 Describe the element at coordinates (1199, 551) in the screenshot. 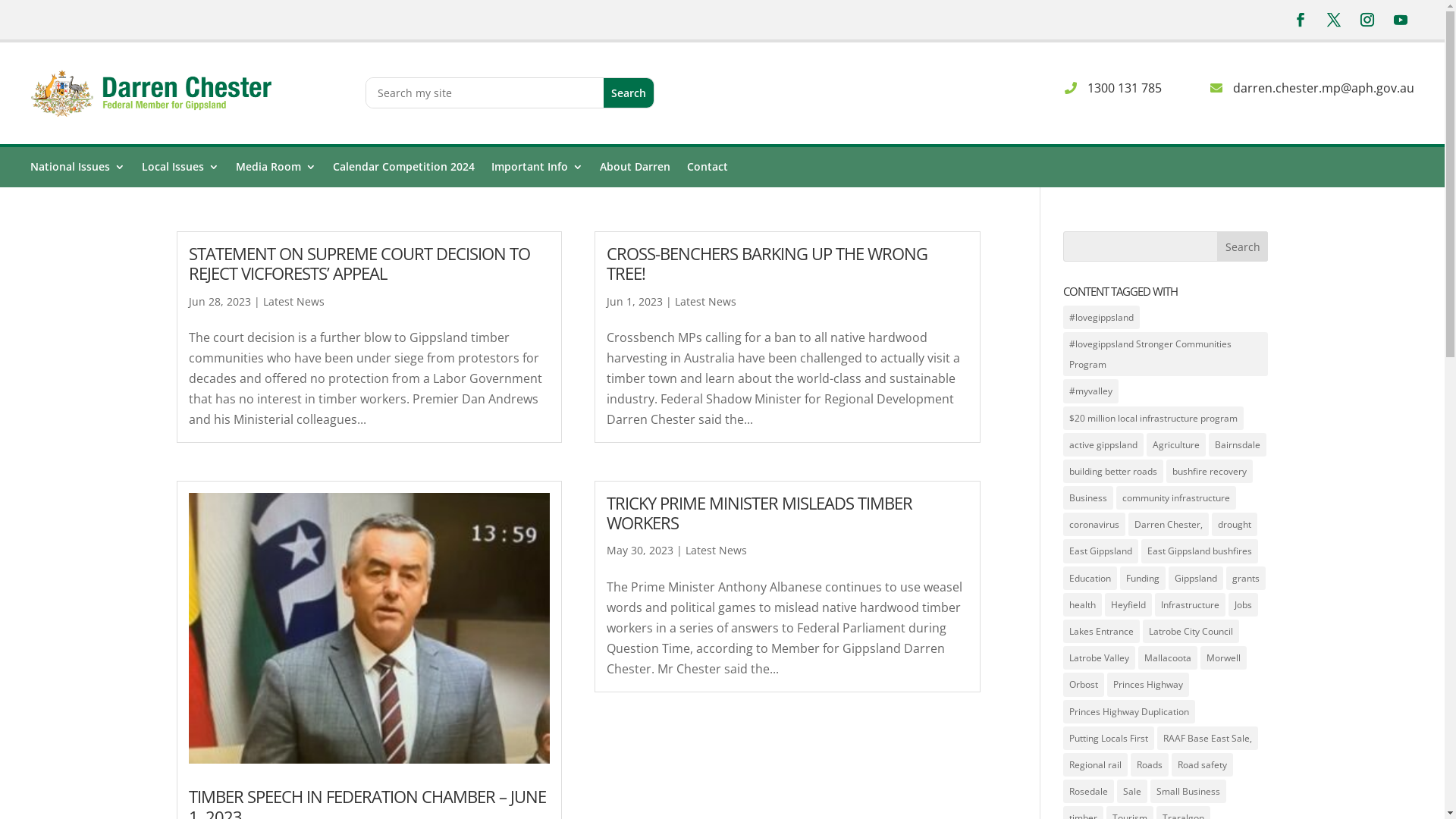

I see `'East Gippsland bushfires'` at that location.